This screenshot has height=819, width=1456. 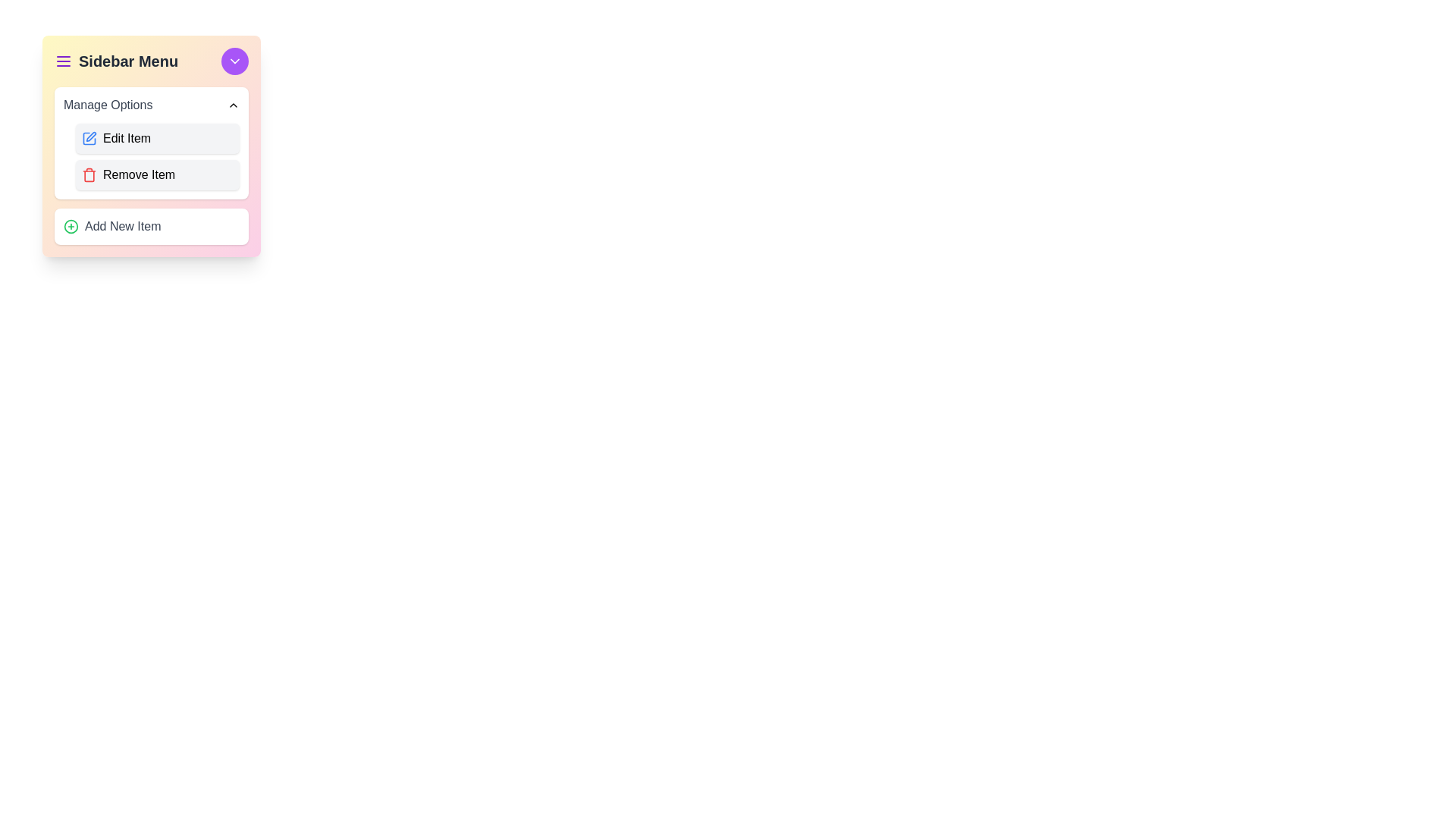 I want to click on the downward-facing chevron icon with a purple background and white stroke lines, located in the purple circular button at the top-right corner of the sidebar menu, so click(x=234, y=61).